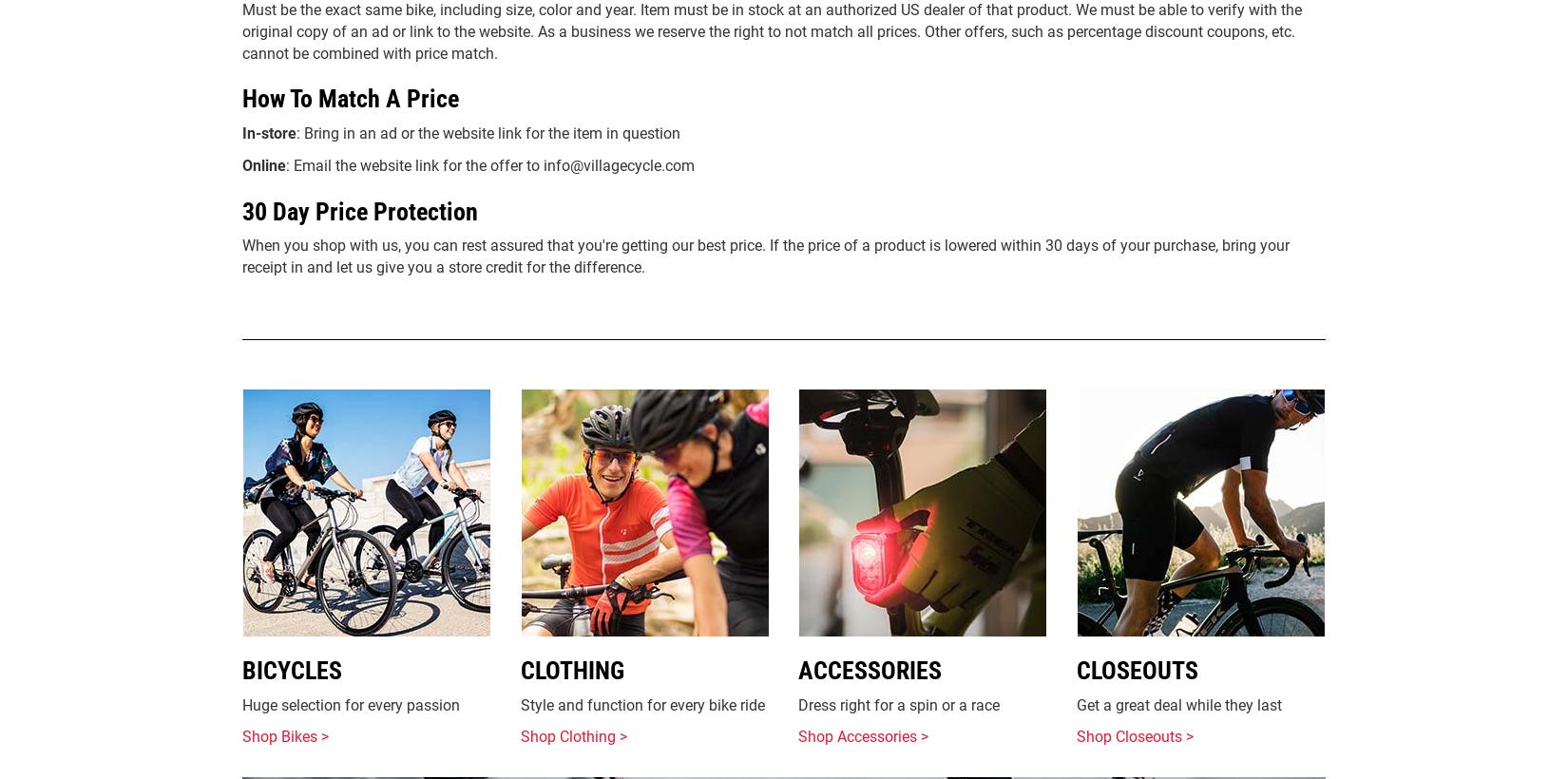 The height and width of the screenshot is (779, 1568). What do you see at coordinates (1176, 703) in the screenshot?
I see `'Get a great deal while they last'` at bounding box center [1176, 703].